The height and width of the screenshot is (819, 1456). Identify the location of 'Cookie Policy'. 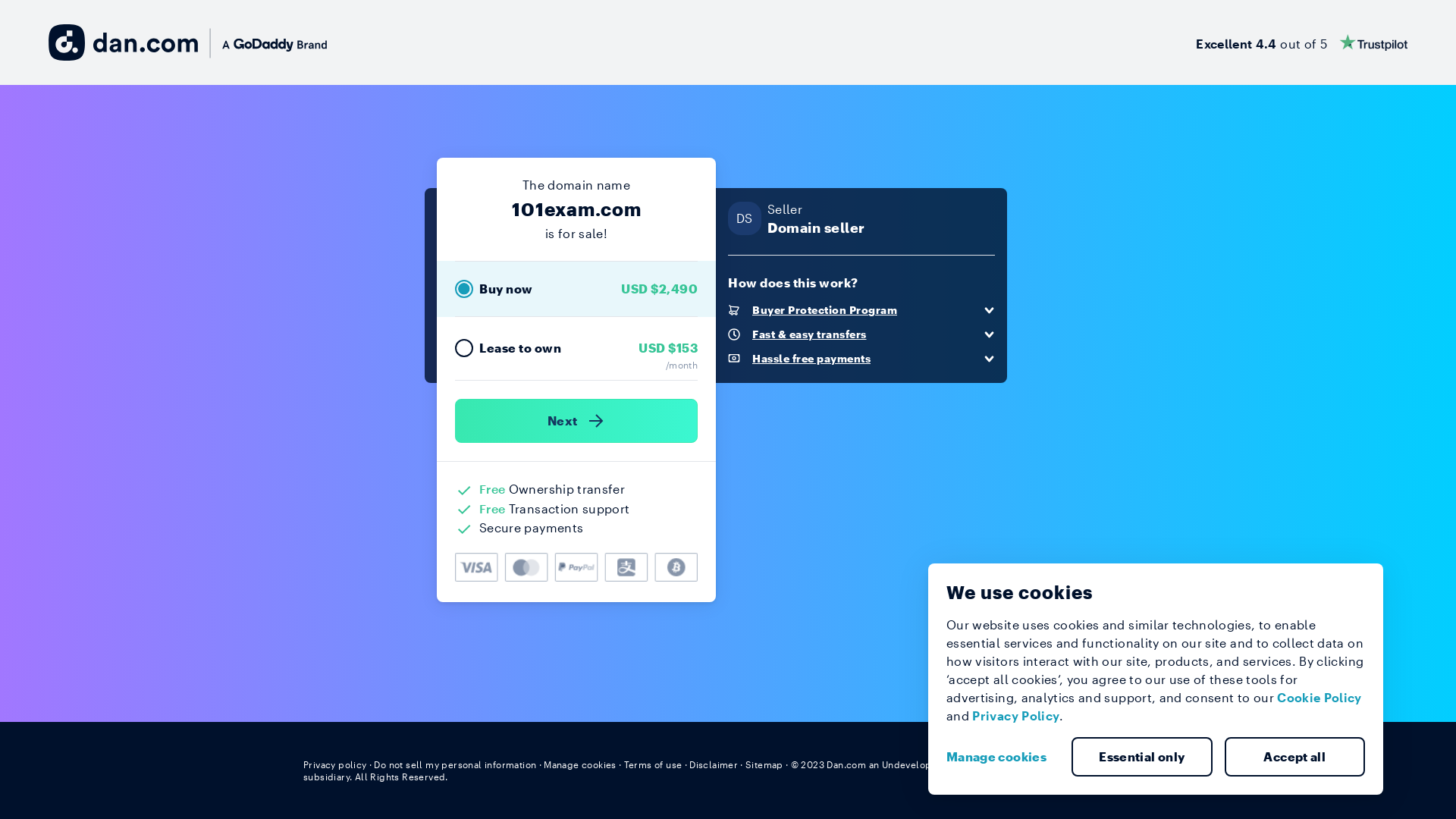
(1318, 697).